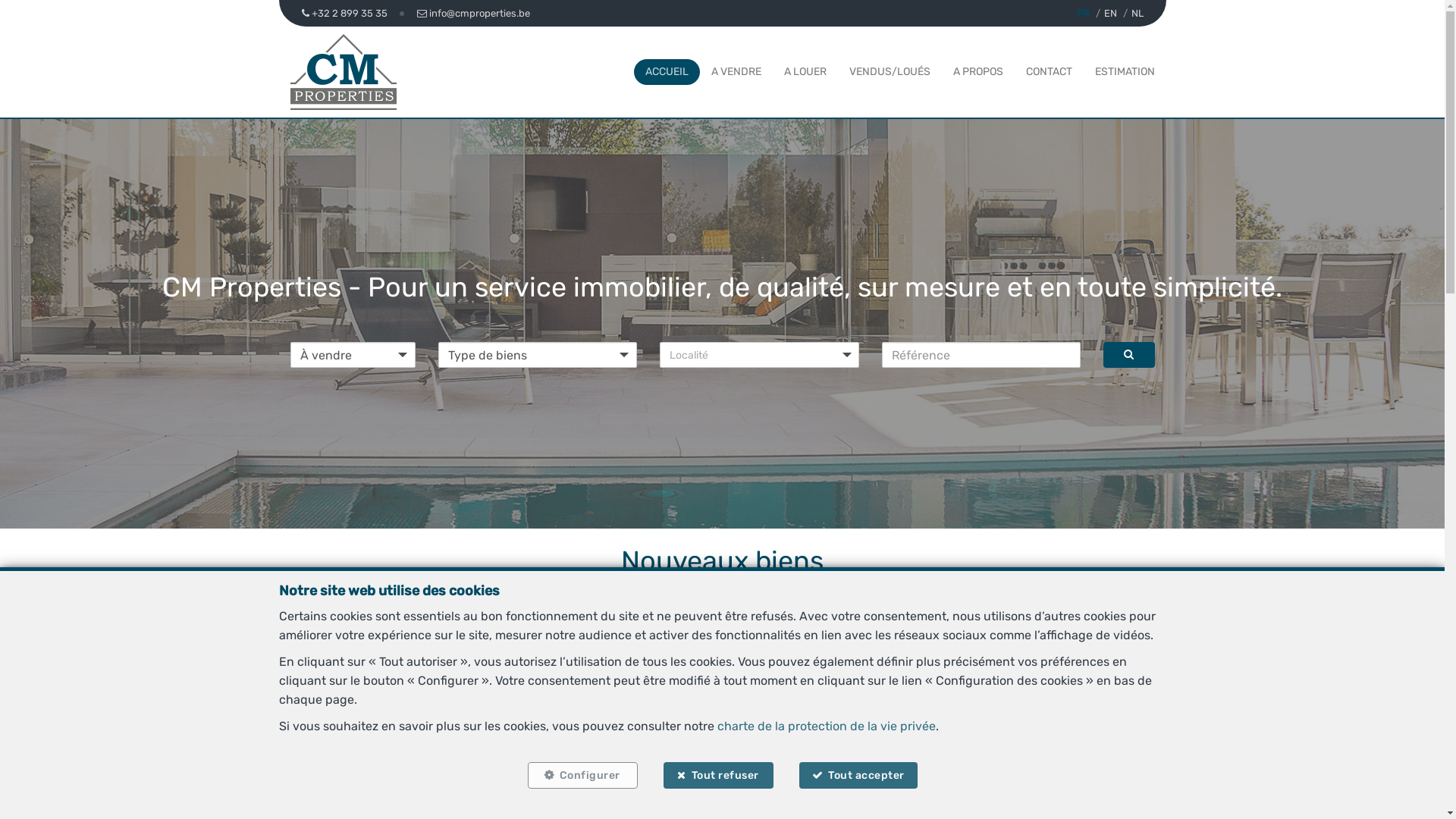  Describe the element at coordinates (1047, 71) in the screenshot. I see `'CONTACT'` at that location.